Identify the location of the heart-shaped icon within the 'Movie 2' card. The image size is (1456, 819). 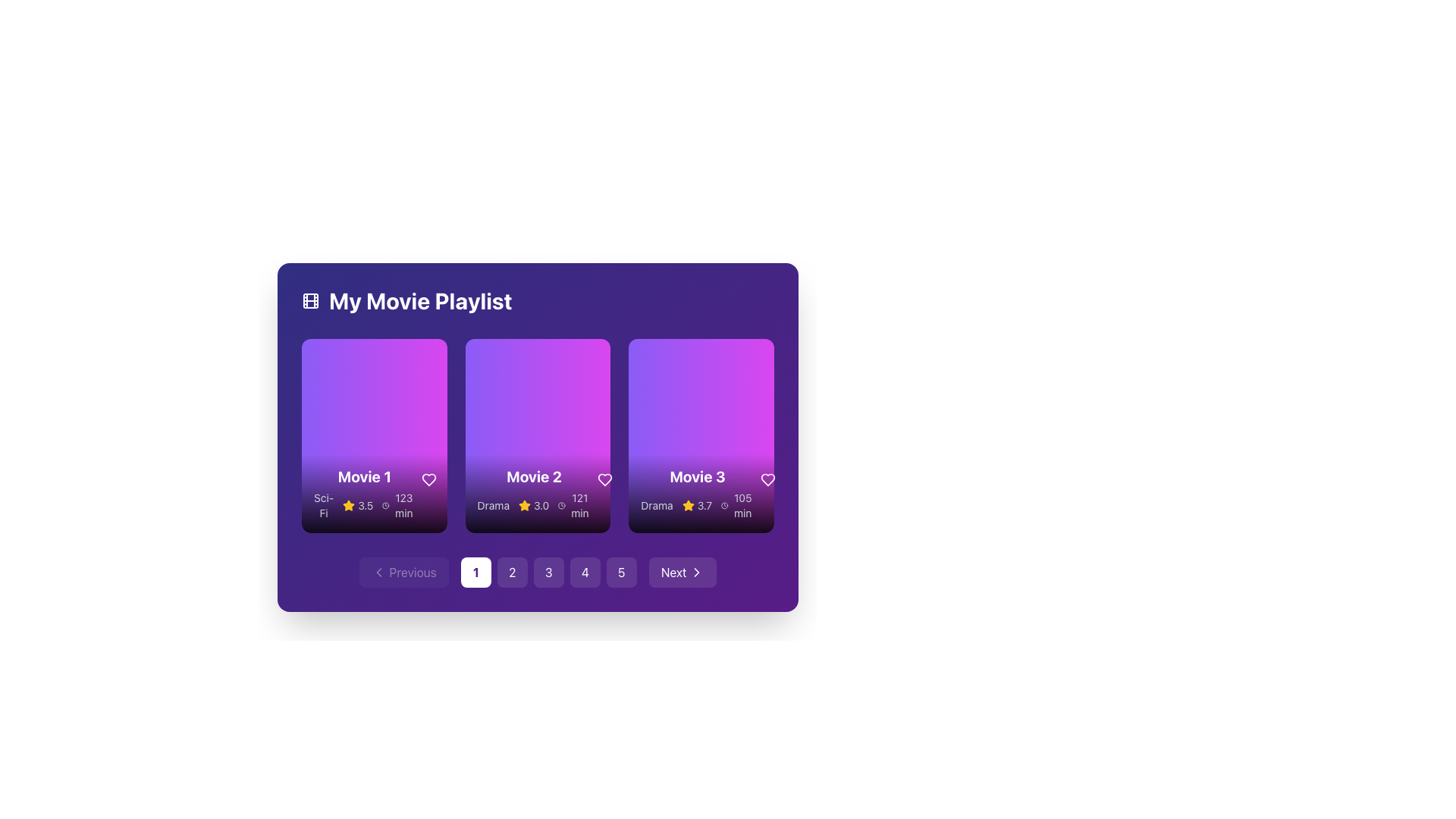
(604, 479).